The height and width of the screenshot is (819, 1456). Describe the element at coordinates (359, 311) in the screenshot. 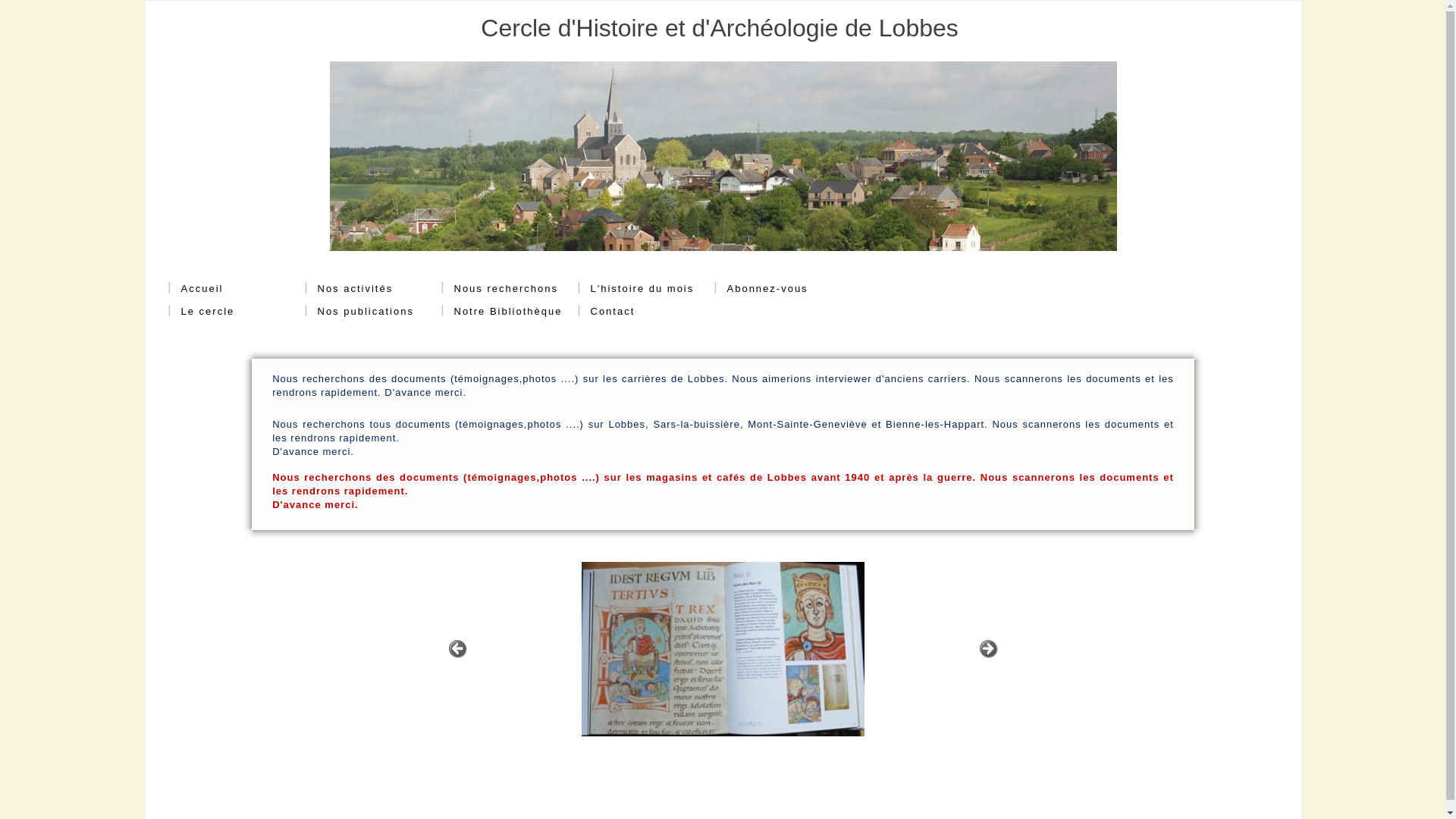

I see `'Nos publications'` at that location.